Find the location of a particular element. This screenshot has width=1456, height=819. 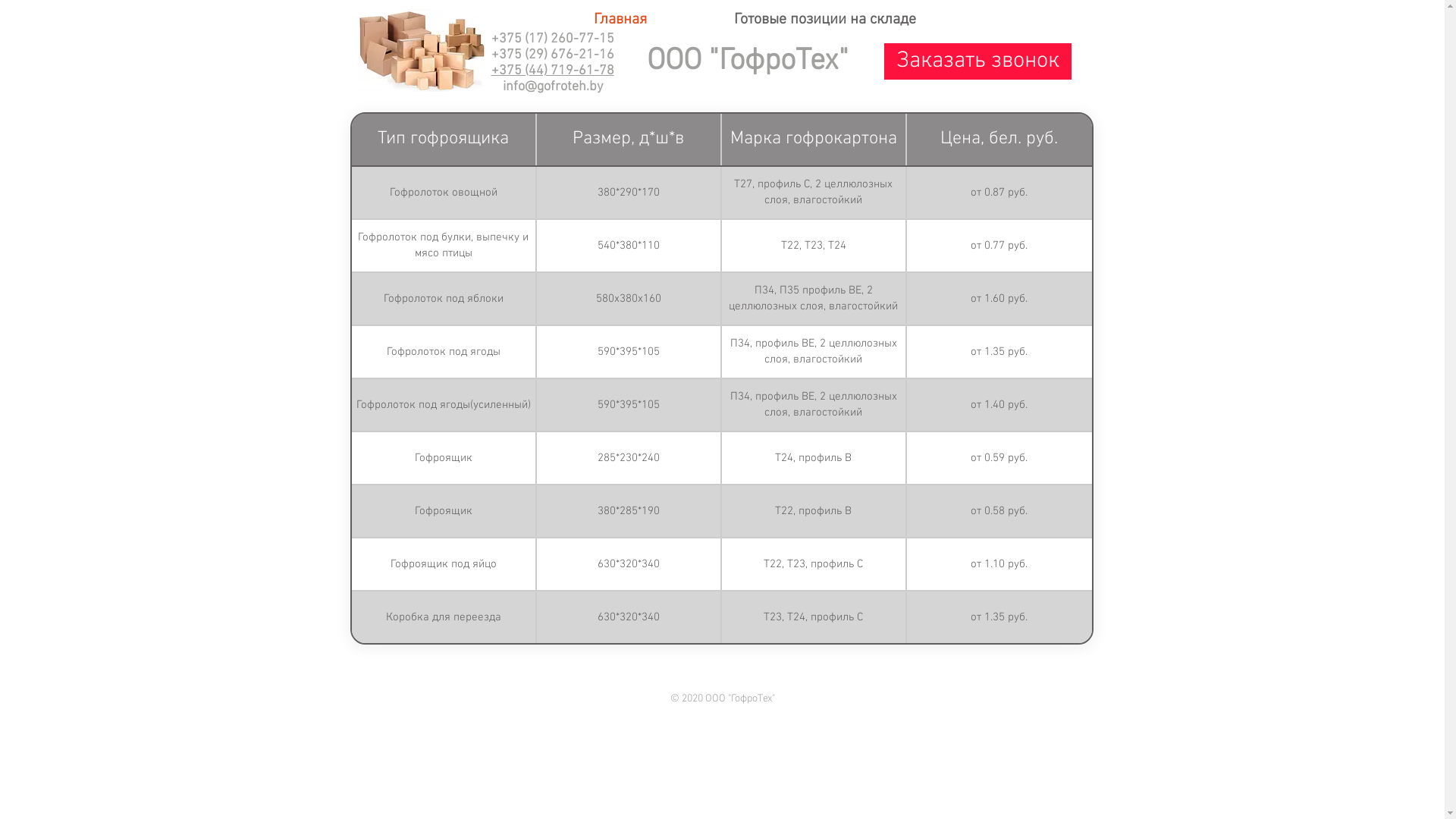

'+375 (17) 260-77-15' is located at coordinates (552, 38).